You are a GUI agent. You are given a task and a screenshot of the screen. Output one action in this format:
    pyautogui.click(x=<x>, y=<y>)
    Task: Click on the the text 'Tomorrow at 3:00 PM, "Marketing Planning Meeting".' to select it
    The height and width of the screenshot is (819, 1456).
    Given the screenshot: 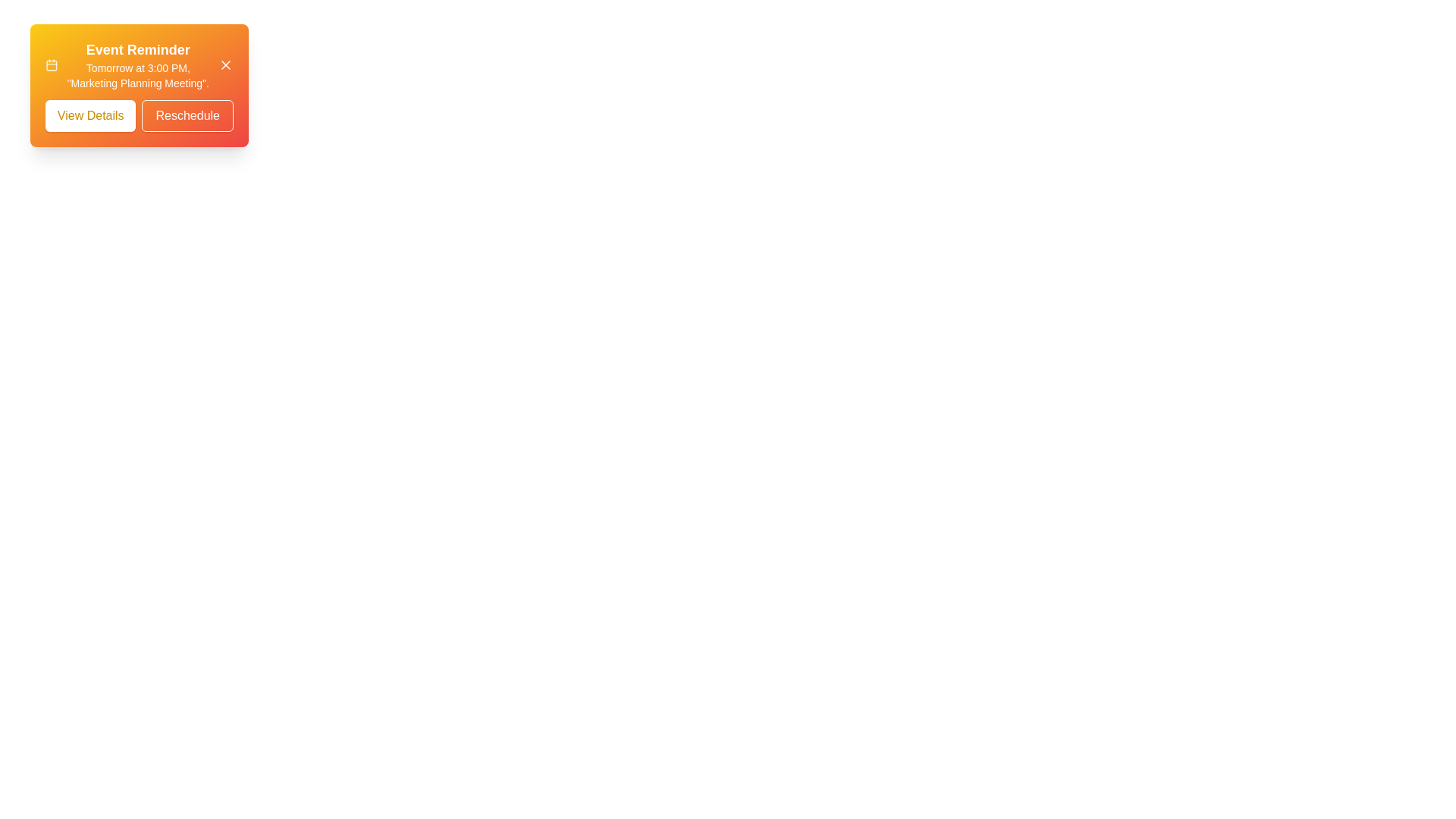 What is the action you would take?
    pyautogui.click(x=138, y=76)
    